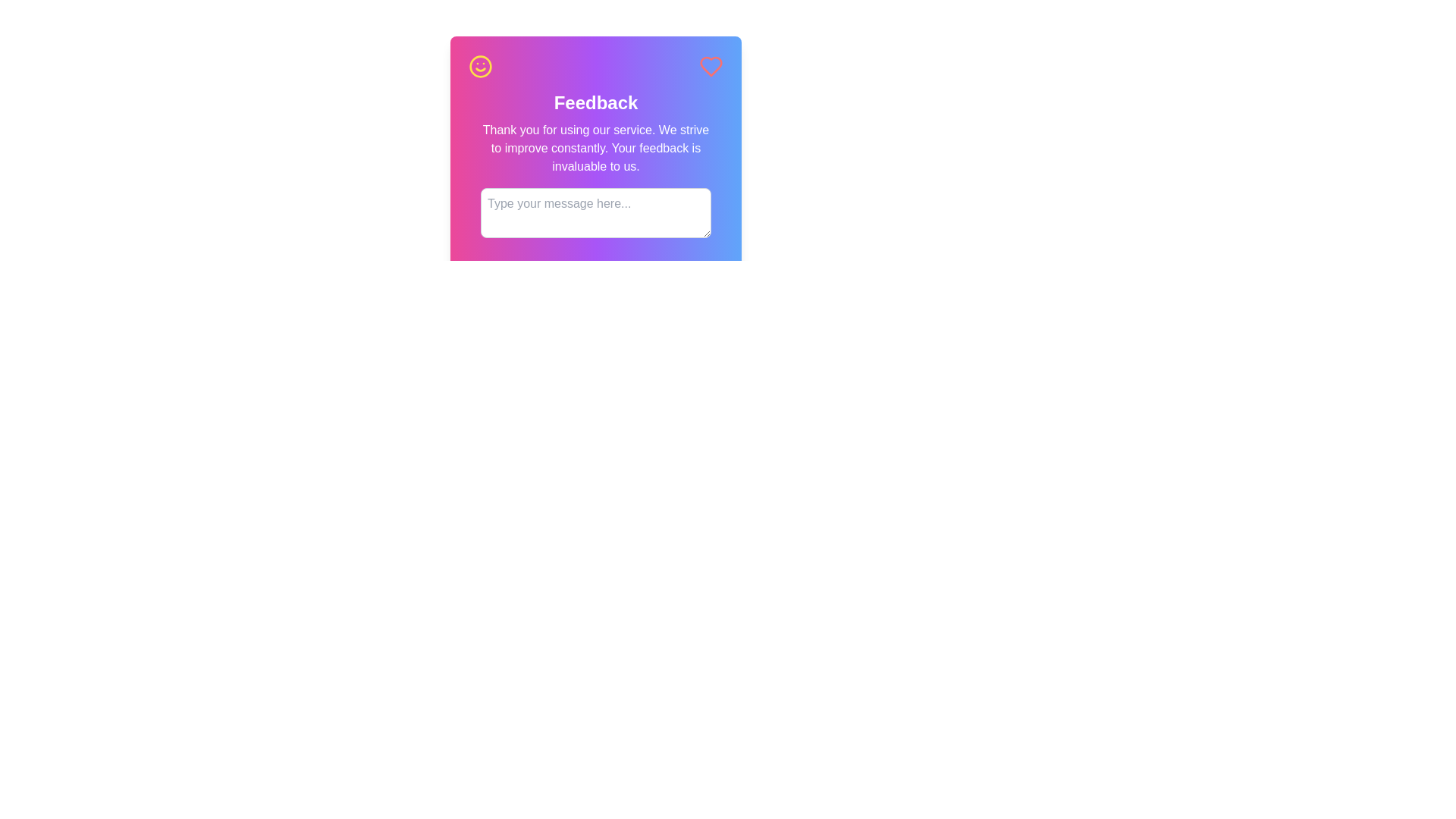 The width and height of the screenshot is (1456, 819). Describe the element at coordinates (710, 66) in the screenshot. I see `the heart-shaped icon located` at that location.